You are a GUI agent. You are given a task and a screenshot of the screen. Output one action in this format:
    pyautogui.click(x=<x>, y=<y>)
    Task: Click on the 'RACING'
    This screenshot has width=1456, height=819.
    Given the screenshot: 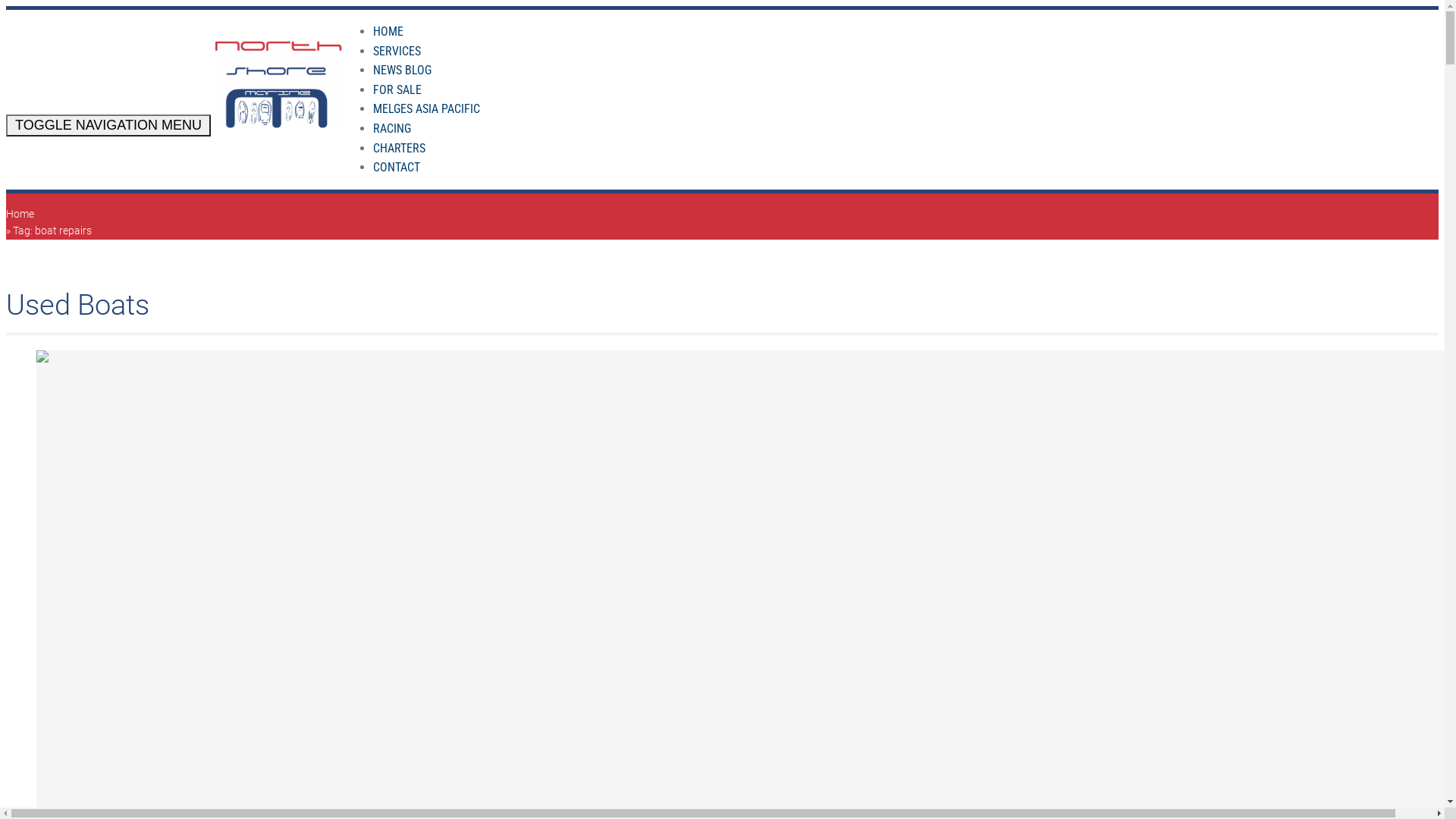 What is the action you would take?
    pyautogui.click(x=392, y=127)
    